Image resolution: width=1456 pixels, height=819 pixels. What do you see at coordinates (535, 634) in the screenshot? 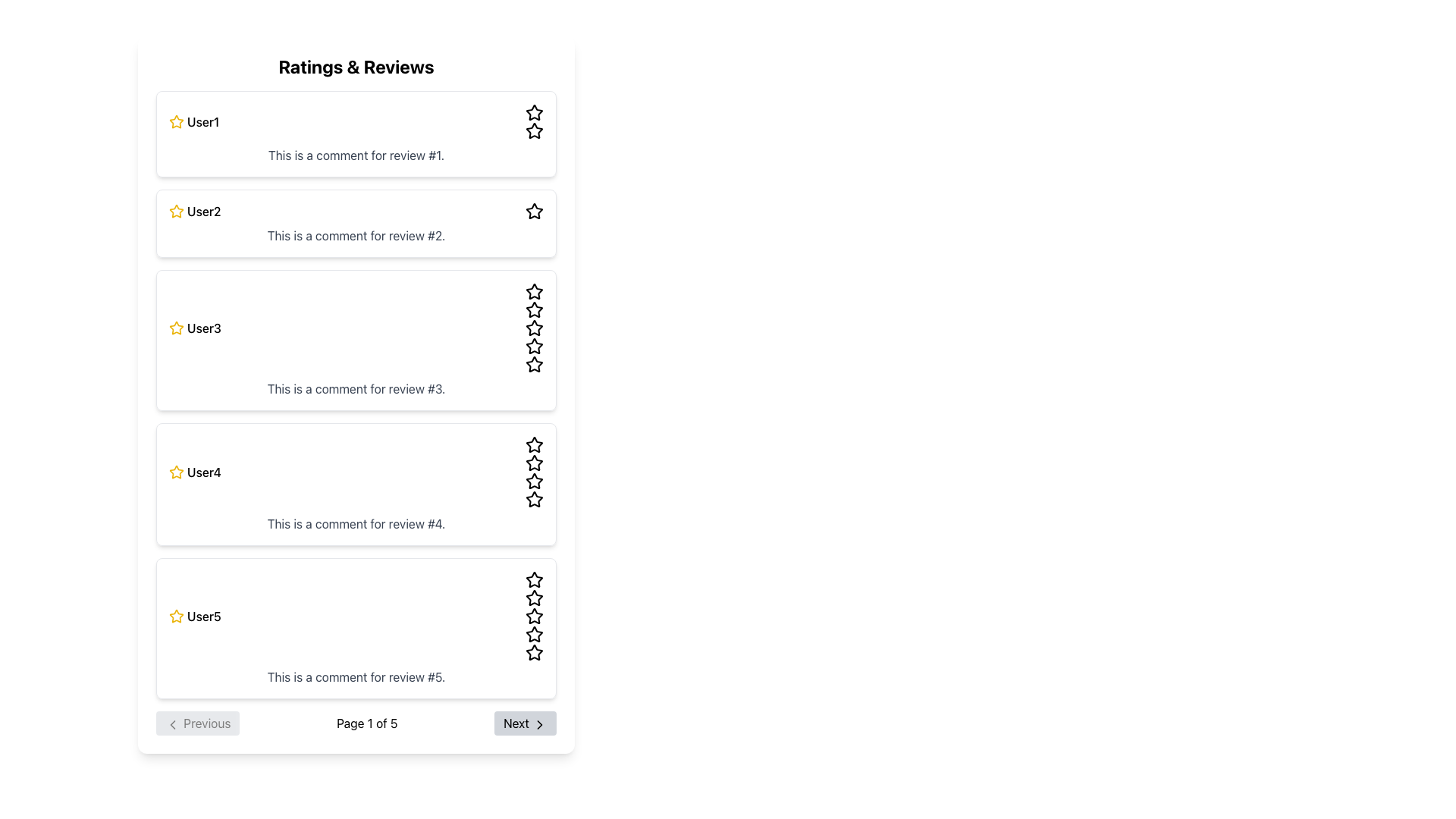
I see `the fourth star icon in the horizontal row of rating stars for User5's review` at bounding box center [535, 634].